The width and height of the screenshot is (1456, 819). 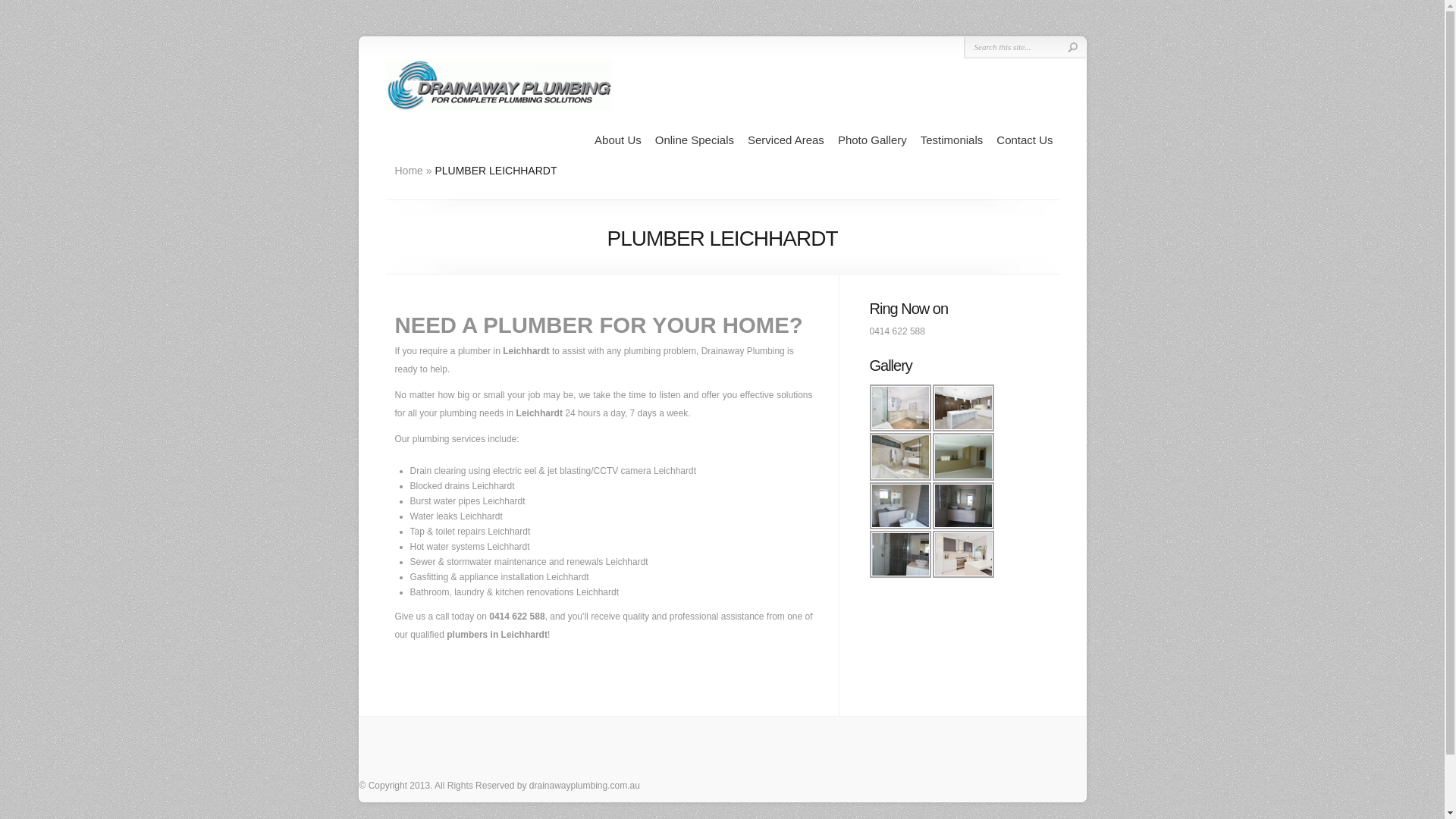 What do you see at coordinates (694, 140) in the screenshot?
I see `'Online Specials'` at bounding box center [694, 140].